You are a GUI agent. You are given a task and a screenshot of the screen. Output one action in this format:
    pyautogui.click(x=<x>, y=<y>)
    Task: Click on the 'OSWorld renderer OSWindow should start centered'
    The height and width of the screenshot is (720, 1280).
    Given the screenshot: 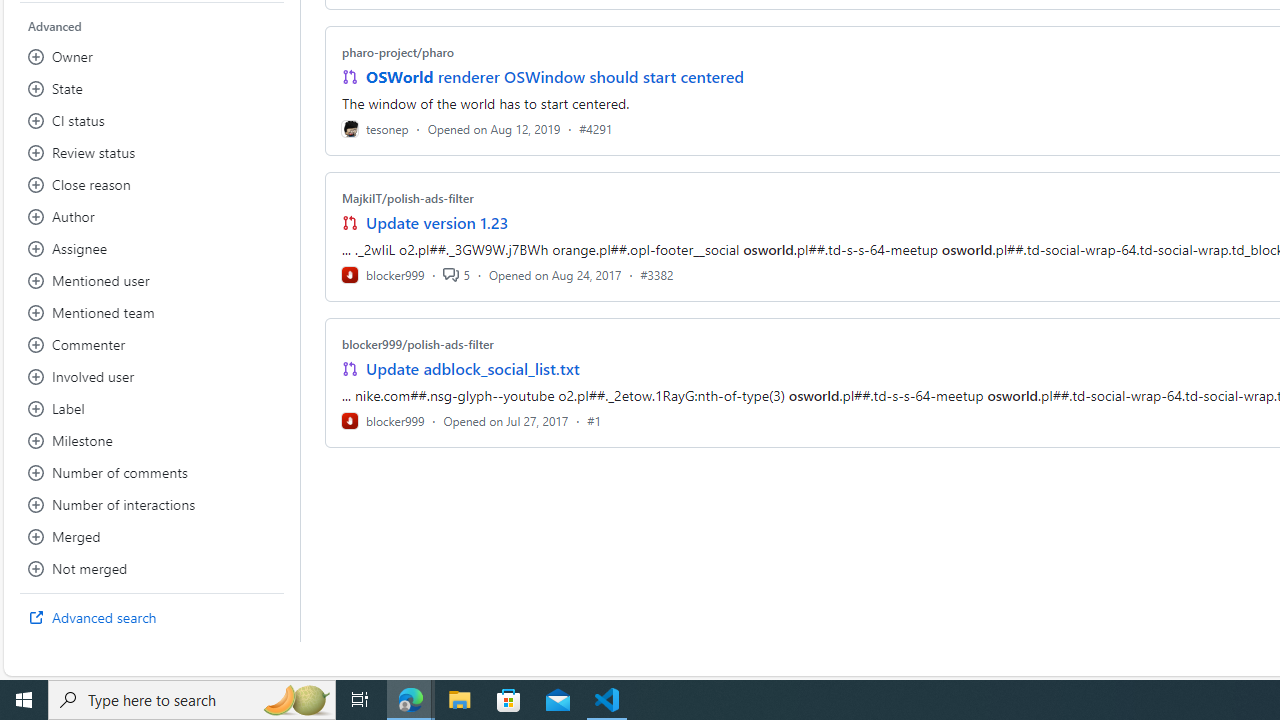 What is the action you would take?
    pyautogui.click(x=554, y=76)
    